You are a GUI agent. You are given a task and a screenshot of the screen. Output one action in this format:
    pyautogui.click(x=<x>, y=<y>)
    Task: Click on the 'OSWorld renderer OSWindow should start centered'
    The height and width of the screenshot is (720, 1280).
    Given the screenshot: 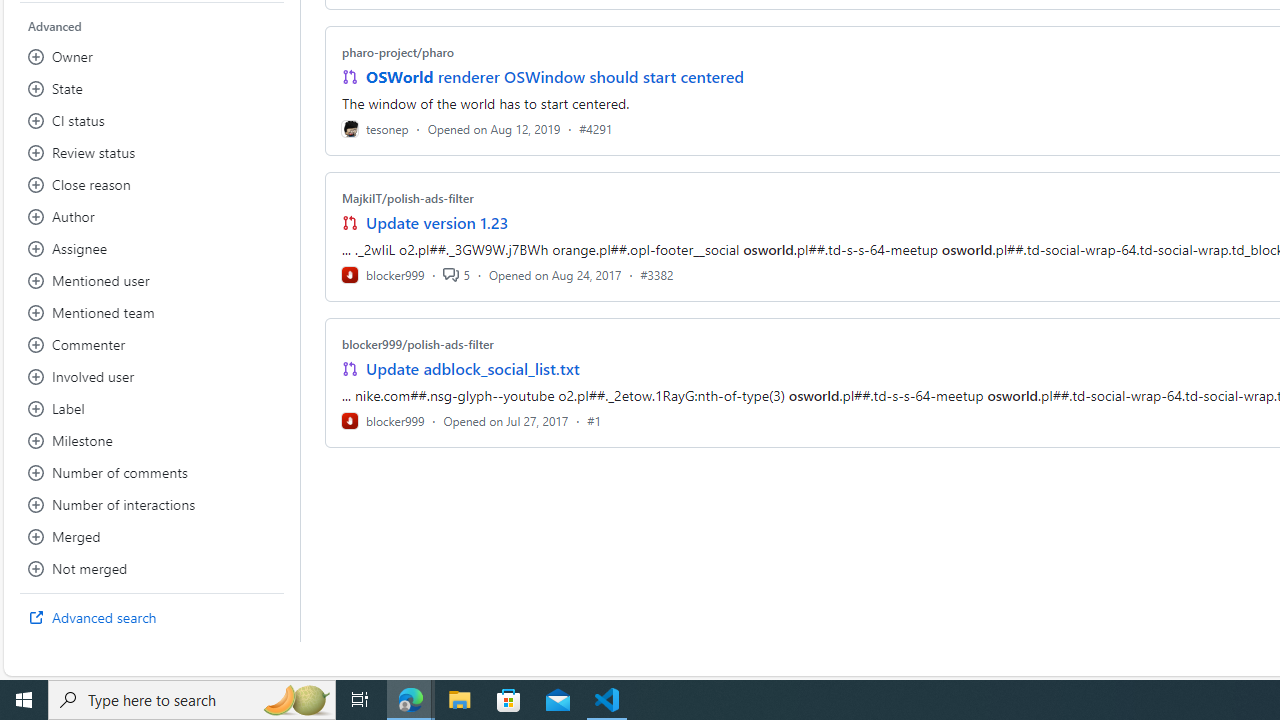 What is the action you would take?
    pyautogui.click(x=554, y=76)
    